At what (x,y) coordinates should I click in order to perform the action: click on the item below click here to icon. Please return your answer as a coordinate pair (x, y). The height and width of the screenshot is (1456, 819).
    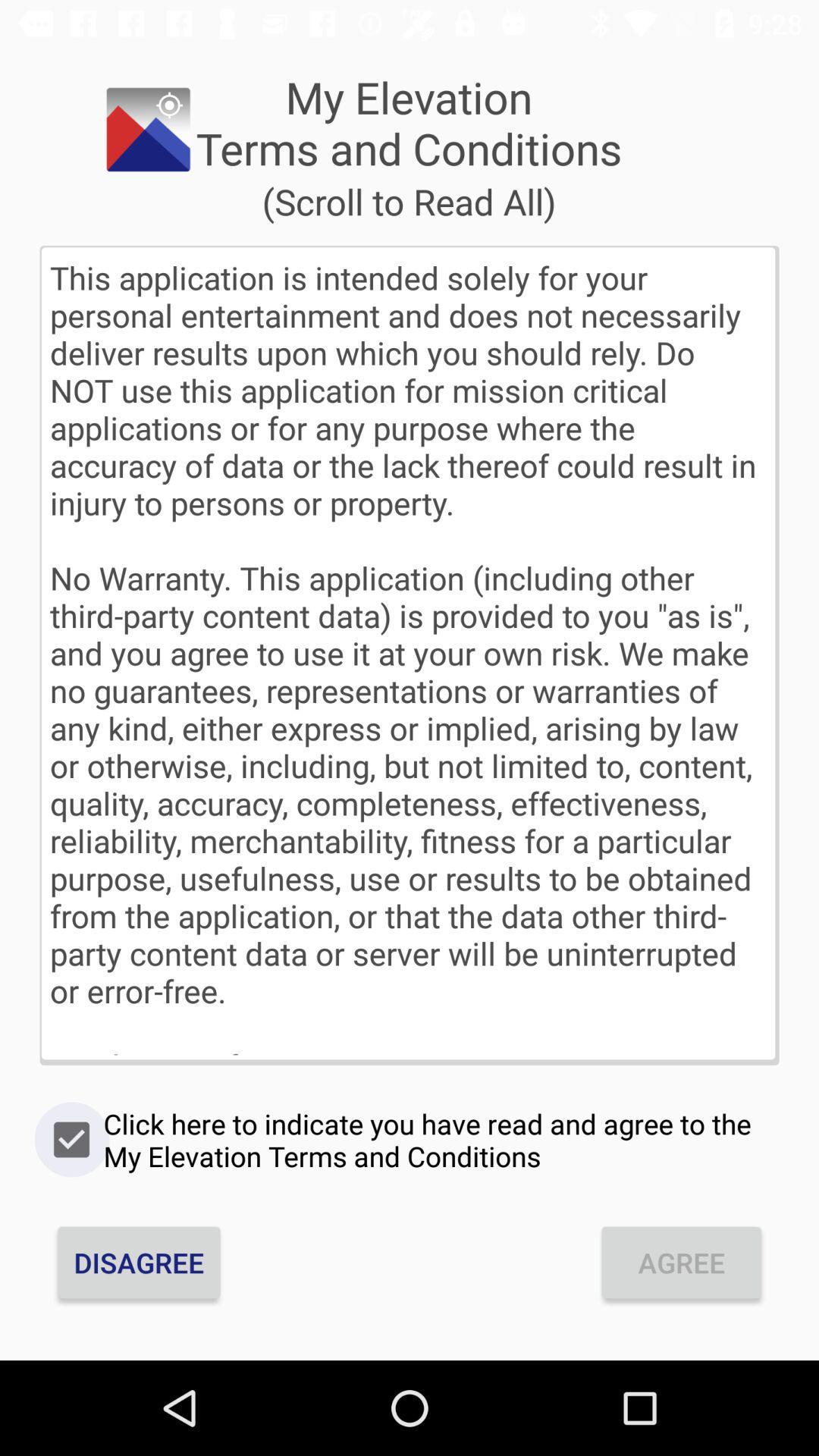
    Looking at the image, I should click on (139, 1263).